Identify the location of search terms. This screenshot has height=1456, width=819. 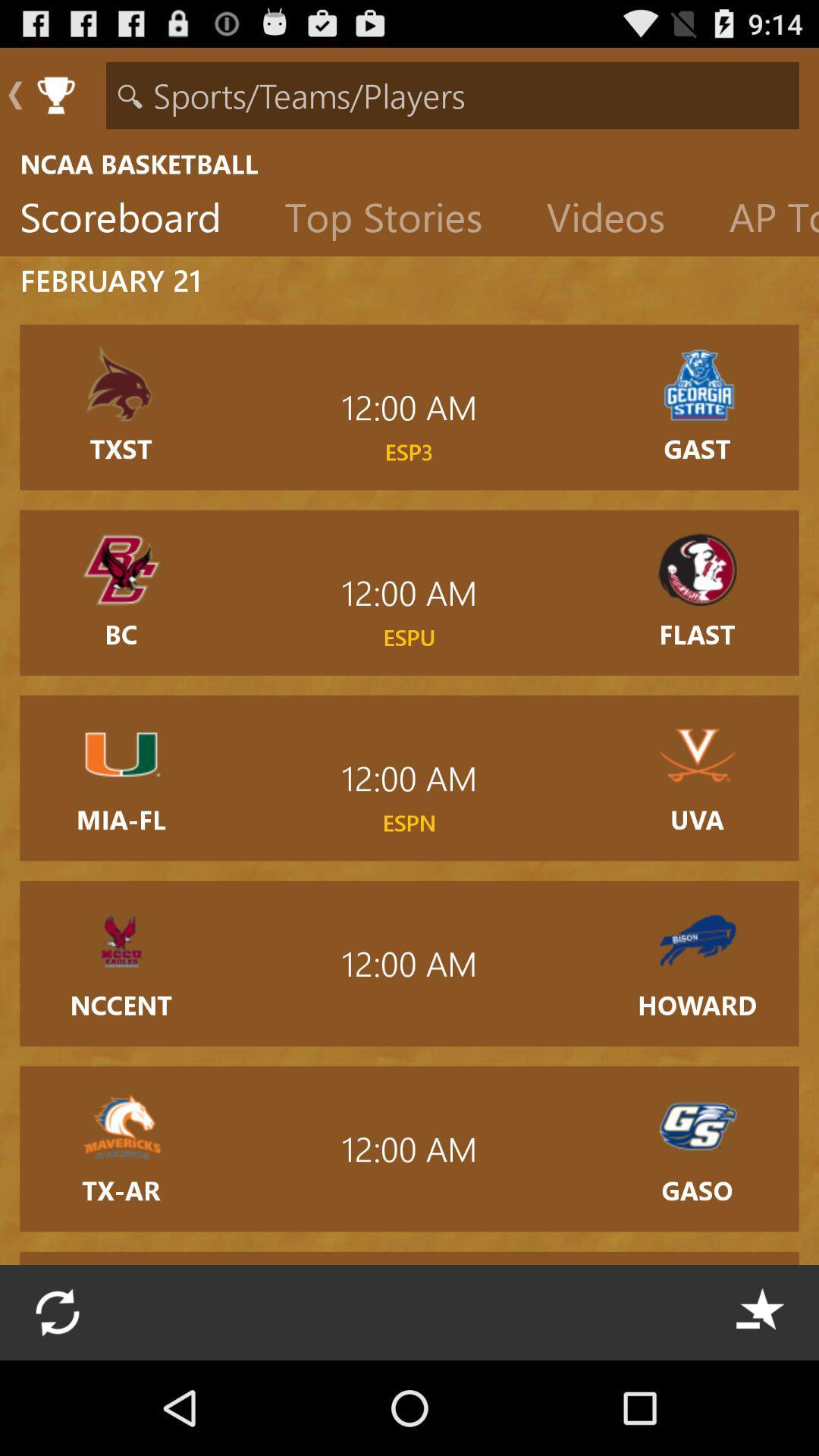
(452, 94).